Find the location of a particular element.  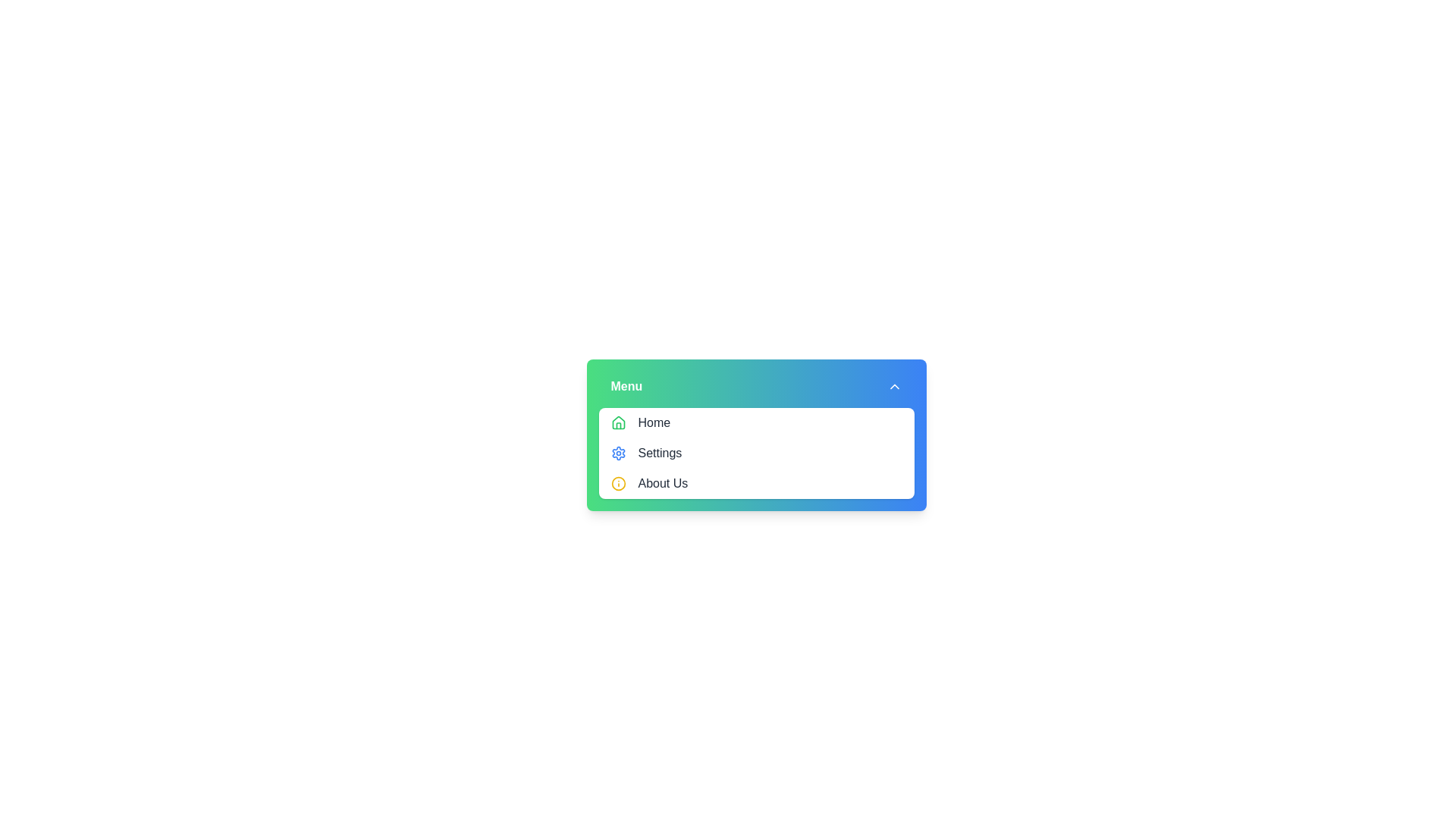

the menu header to toggle the dropdown visibility is located at coordinates (756, 385).